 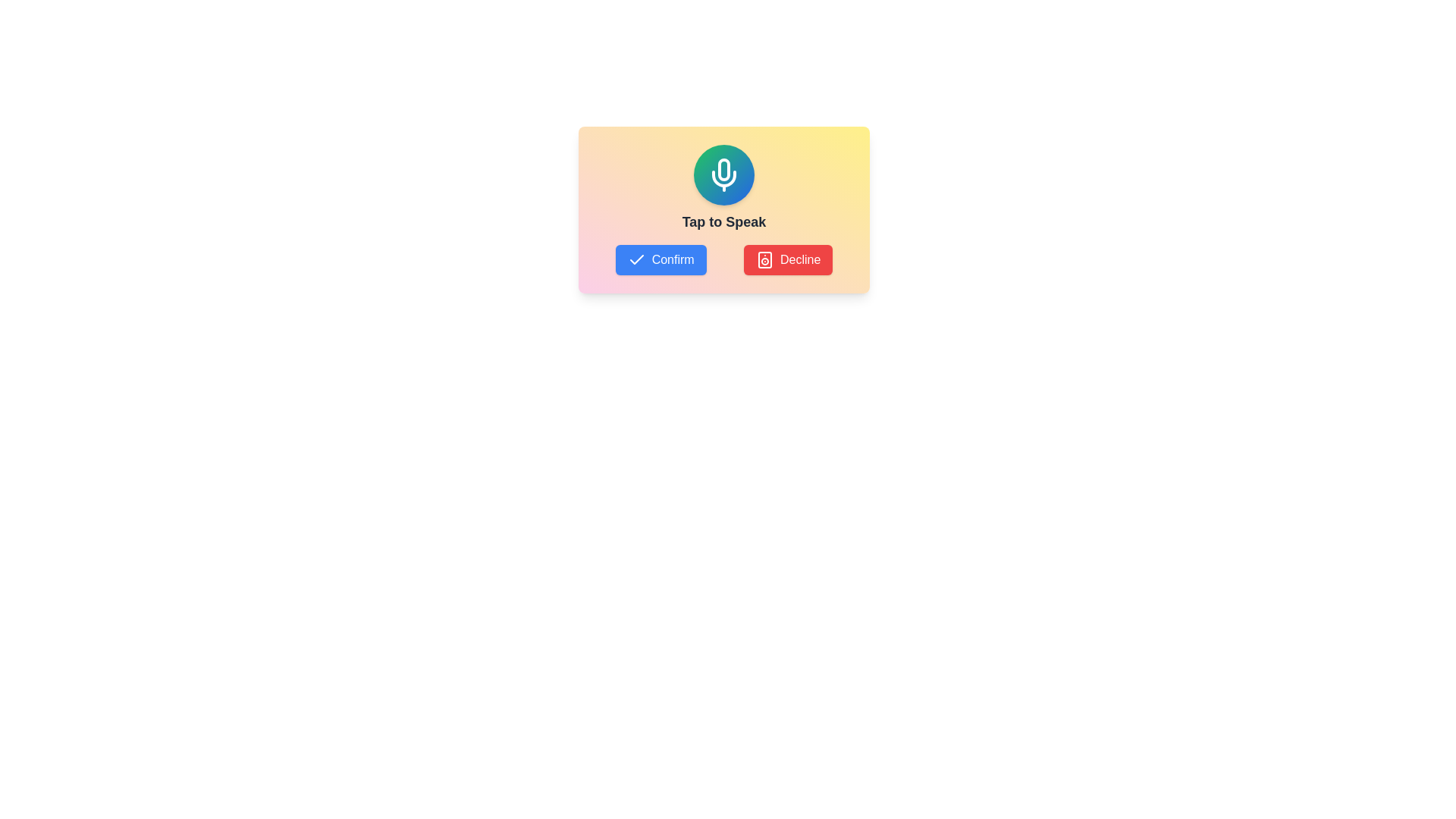 What do you see at coordinates (636, 259) in the screenshot?
I see `the confirmation icon located to the left of the 'Confirm' text within the button at the bottom-center of the interface` at bounding box center [636, 259].